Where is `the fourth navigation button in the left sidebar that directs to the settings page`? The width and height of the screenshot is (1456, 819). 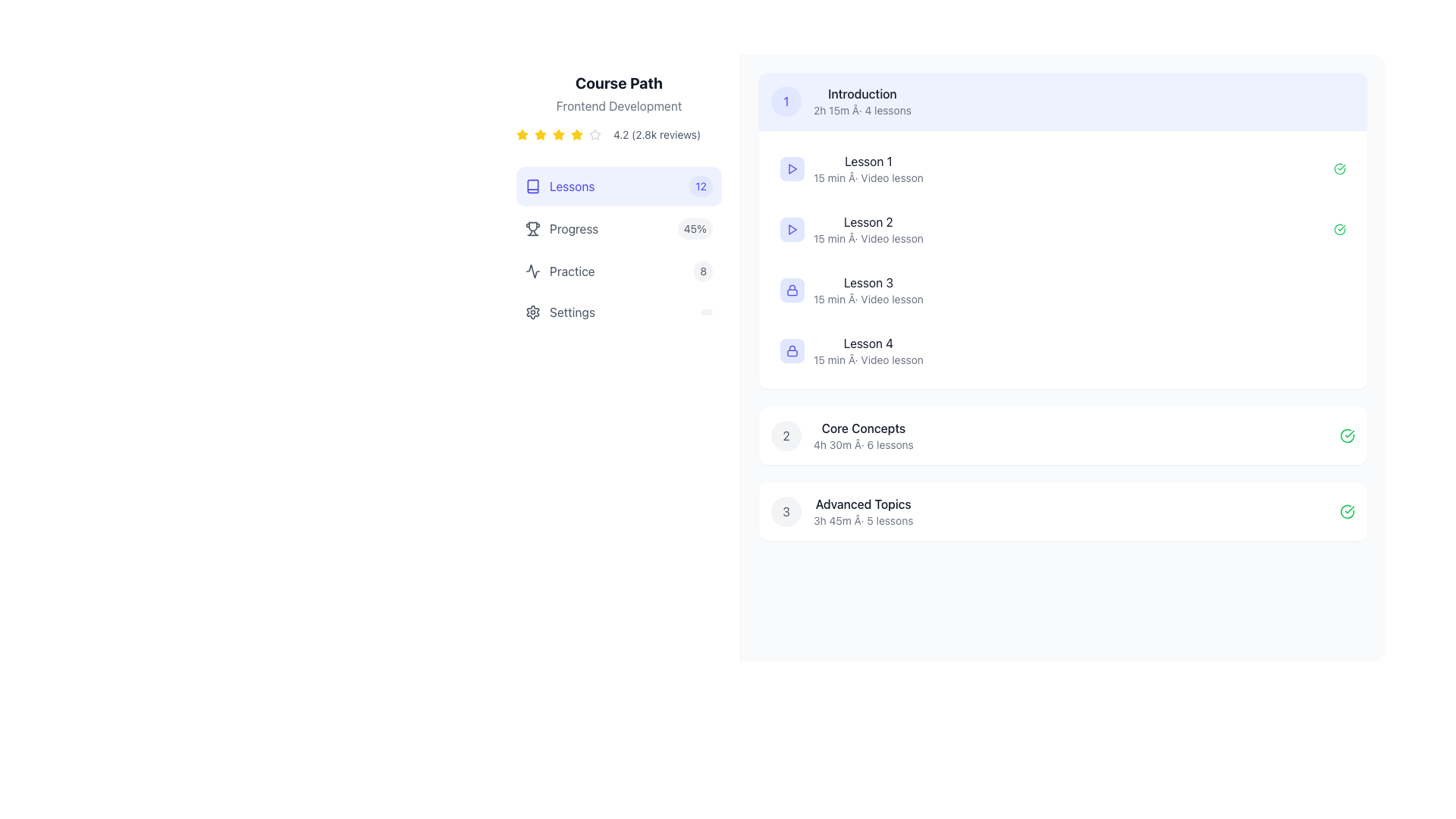
the fourth navigation button in the left sidebar that directs to the settings page is located at coordinates (619, 312).